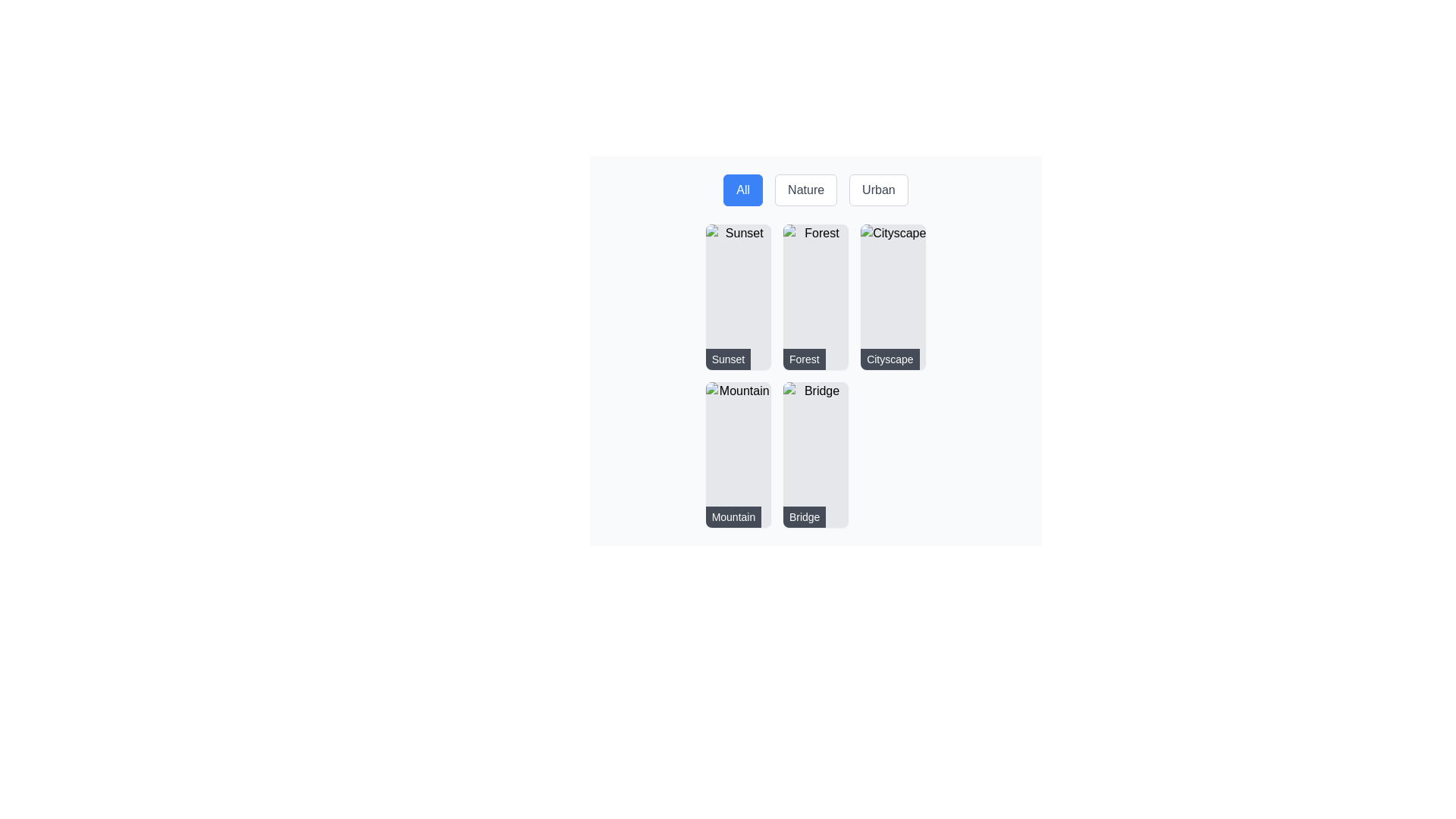 The height and width of the screenshot is (819, 1456). What do you see at coordinates (805, 189) in the screenshot?
I see `the button labeled 'Nature' which has rounded edges, a white background, and gray text to filter the content by 'Nature'` at bounding box center [805, 189].